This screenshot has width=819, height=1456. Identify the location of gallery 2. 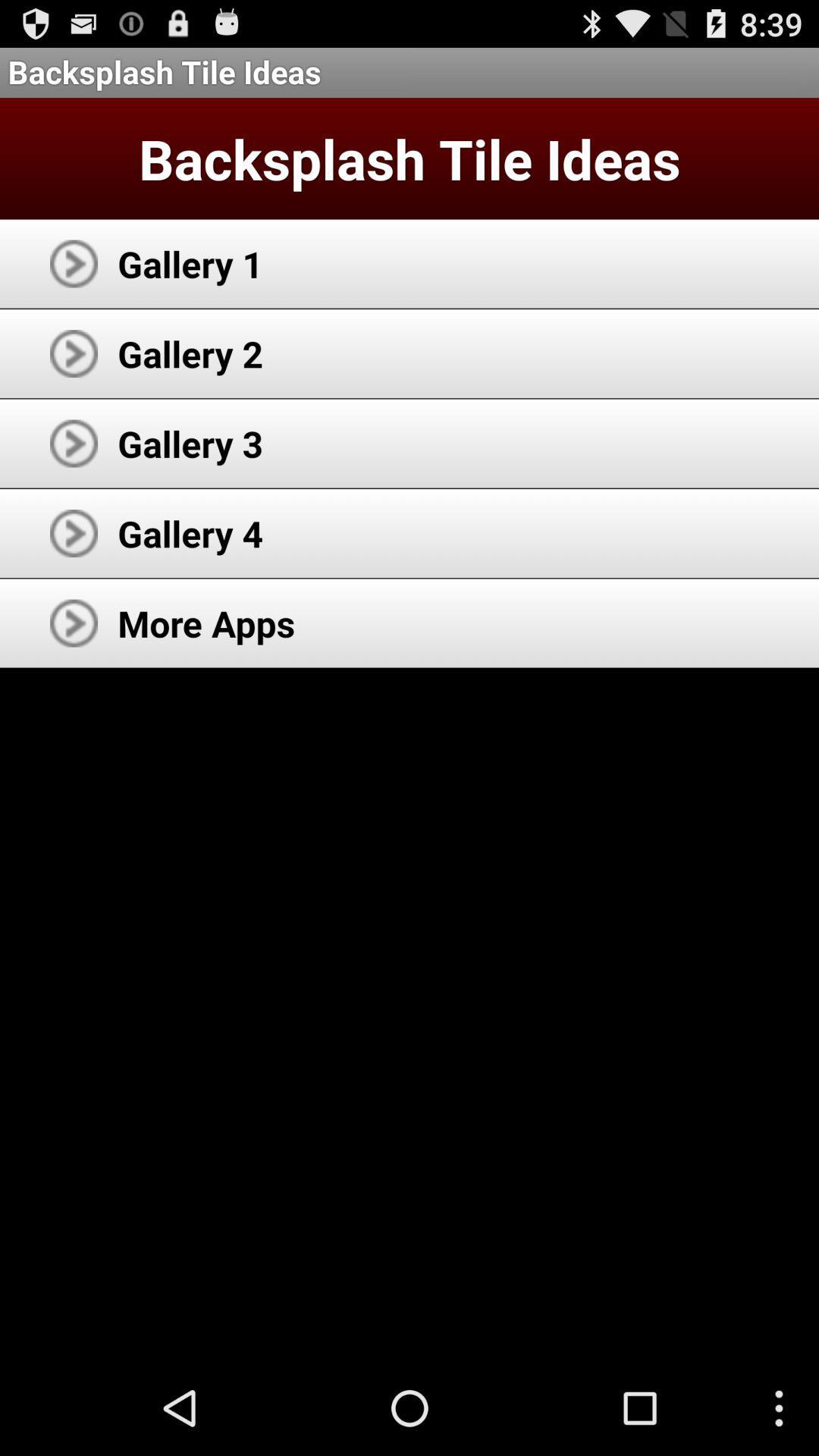
(190, 353).